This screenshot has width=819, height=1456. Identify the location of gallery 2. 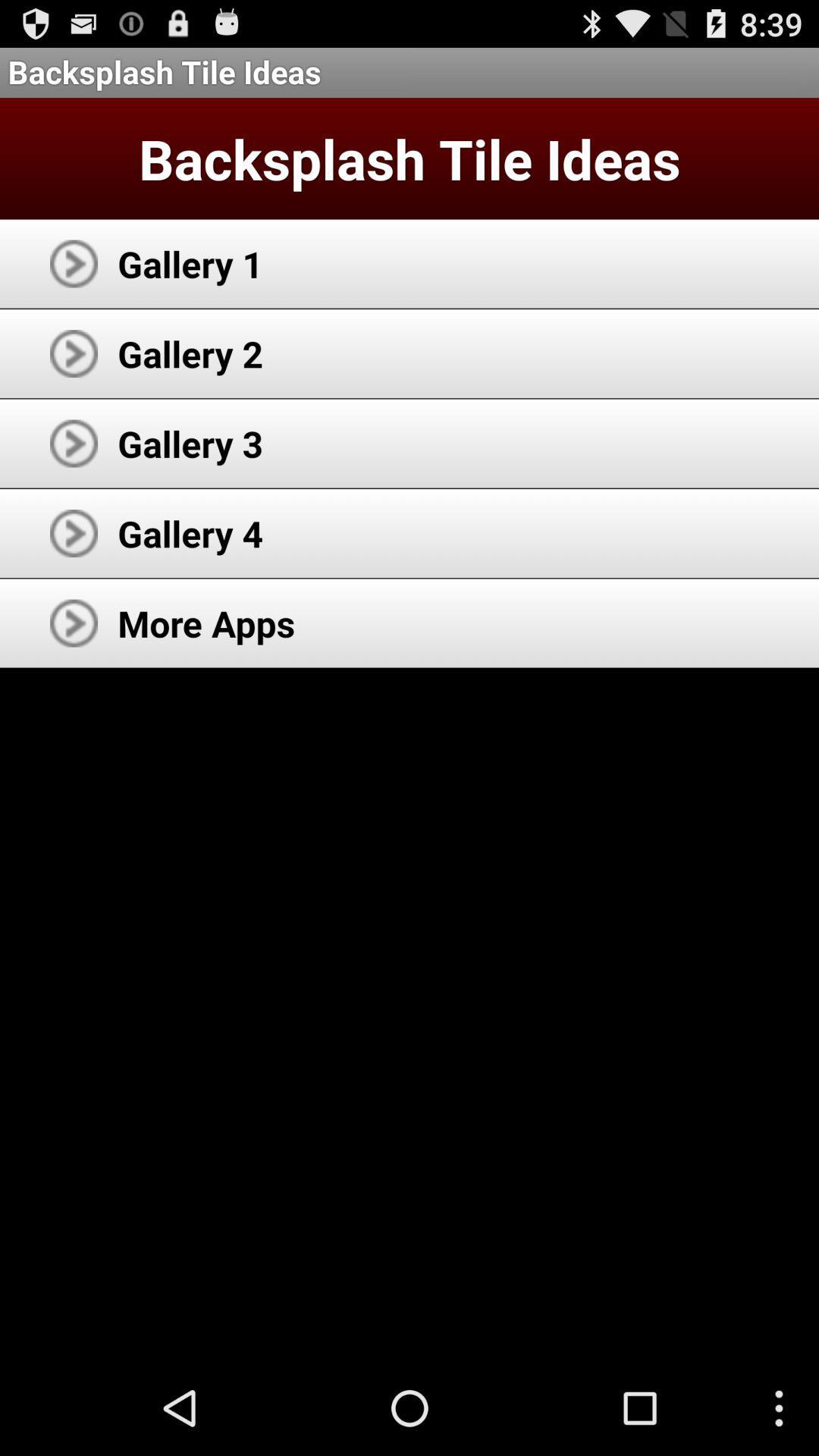
(190, 353).